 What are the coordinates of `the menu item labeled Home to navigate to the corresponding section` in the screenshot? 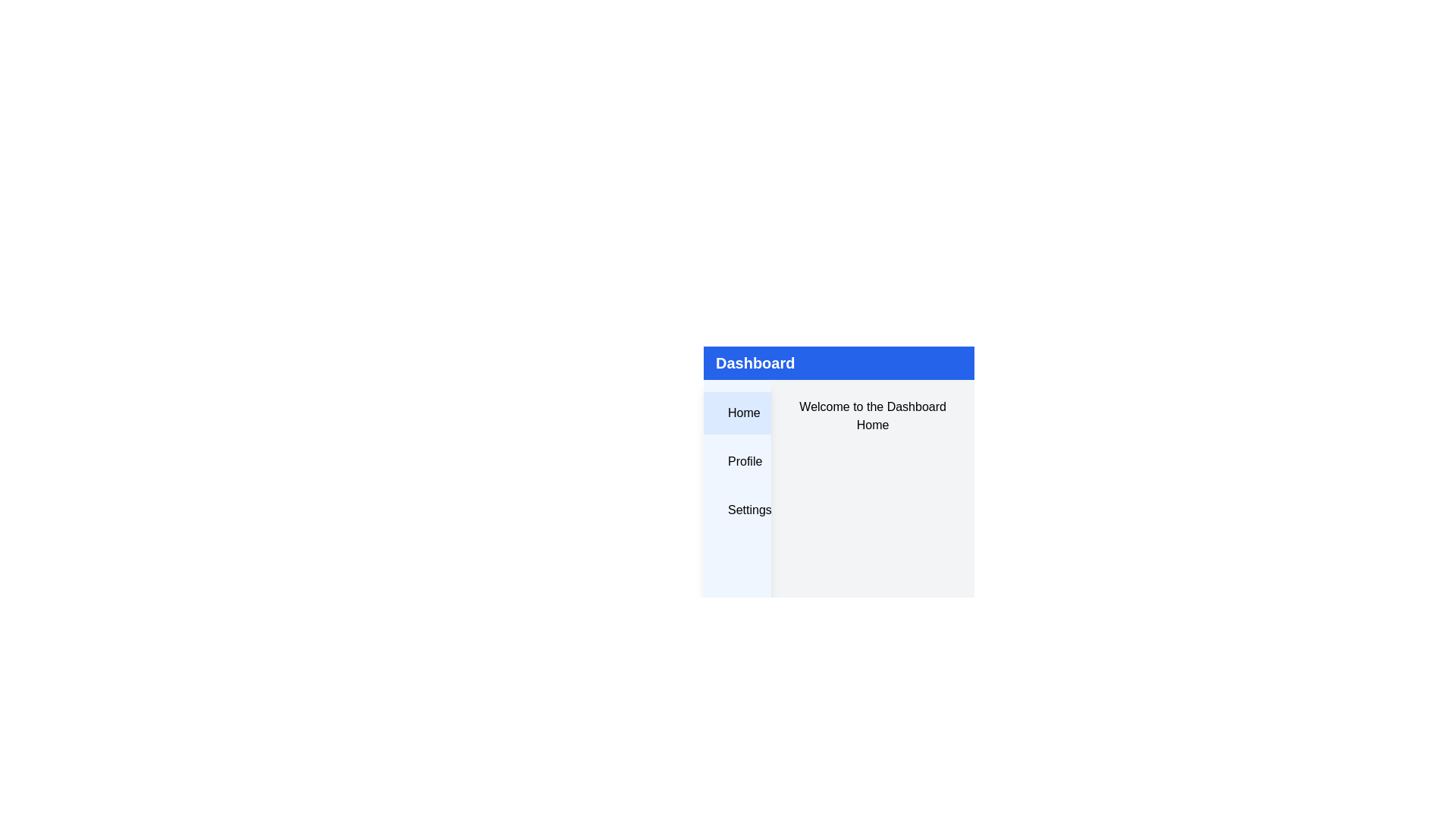 It's located at (736, 413).